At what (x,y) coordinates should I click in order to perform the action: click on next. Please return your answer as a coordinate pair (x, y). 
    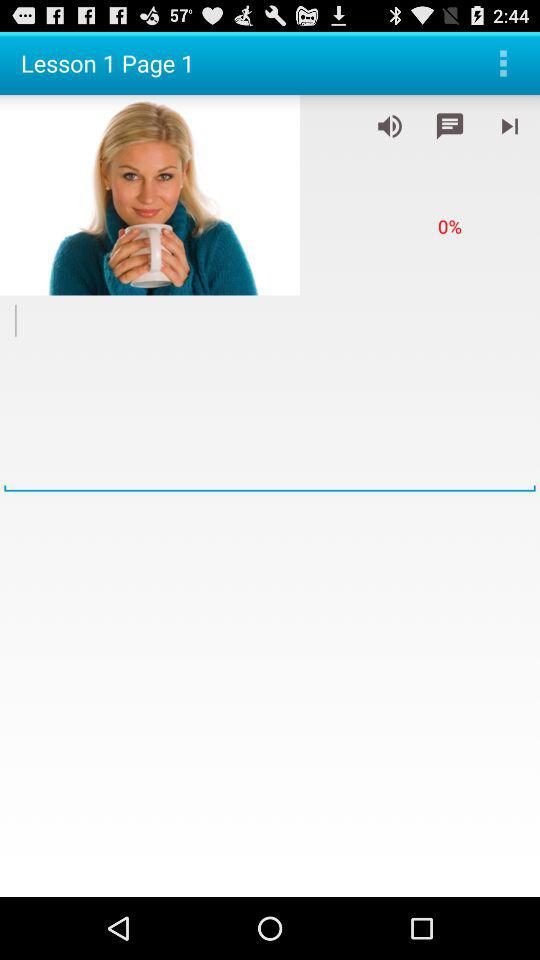
    Looking at the image, I should click on (509, 125).